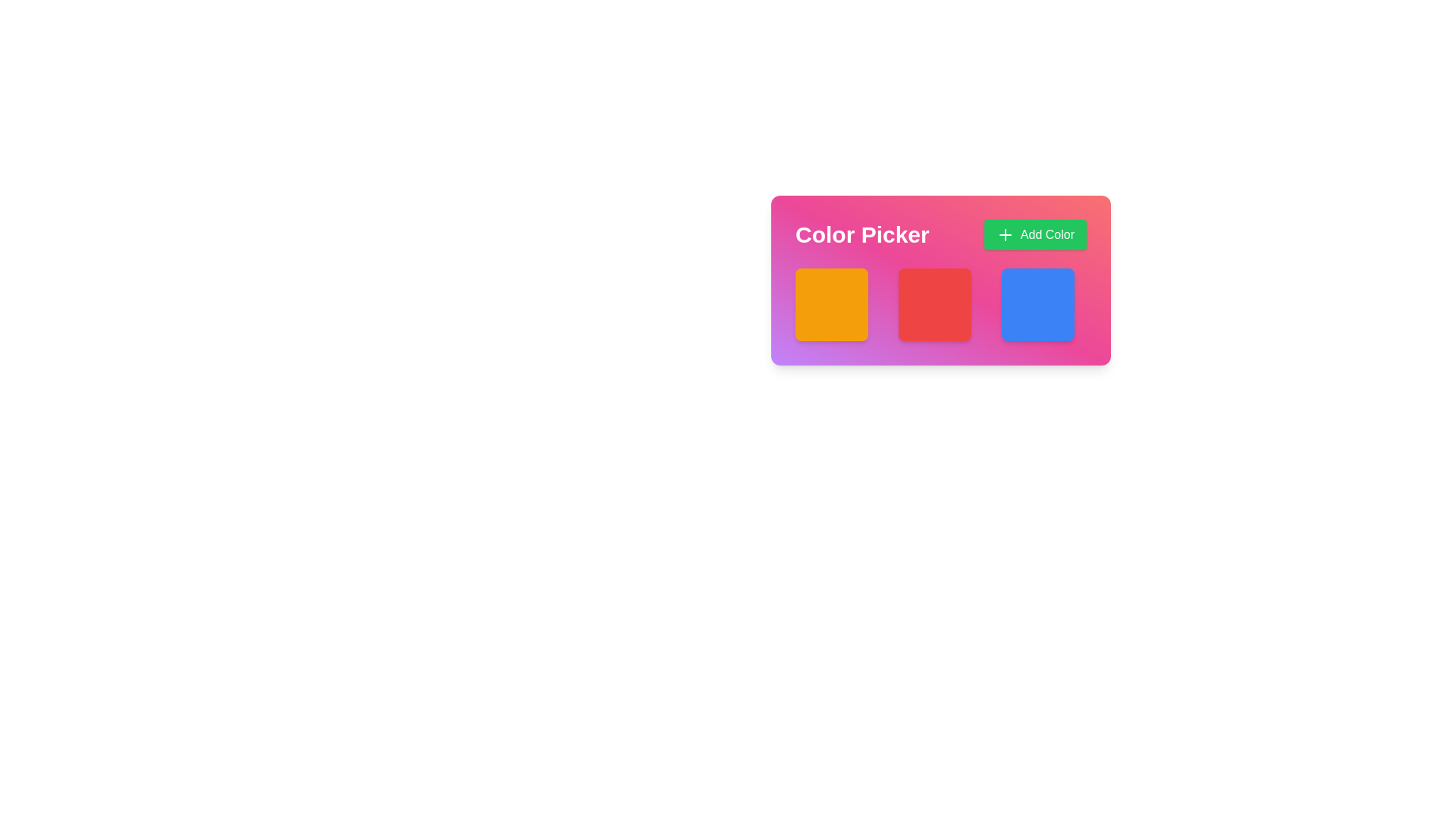  What do you see at coordinates (1037, 304) in the screenshot?
I see `the third selectable color square in the color picker interface` at bounding box center [1037, 304].